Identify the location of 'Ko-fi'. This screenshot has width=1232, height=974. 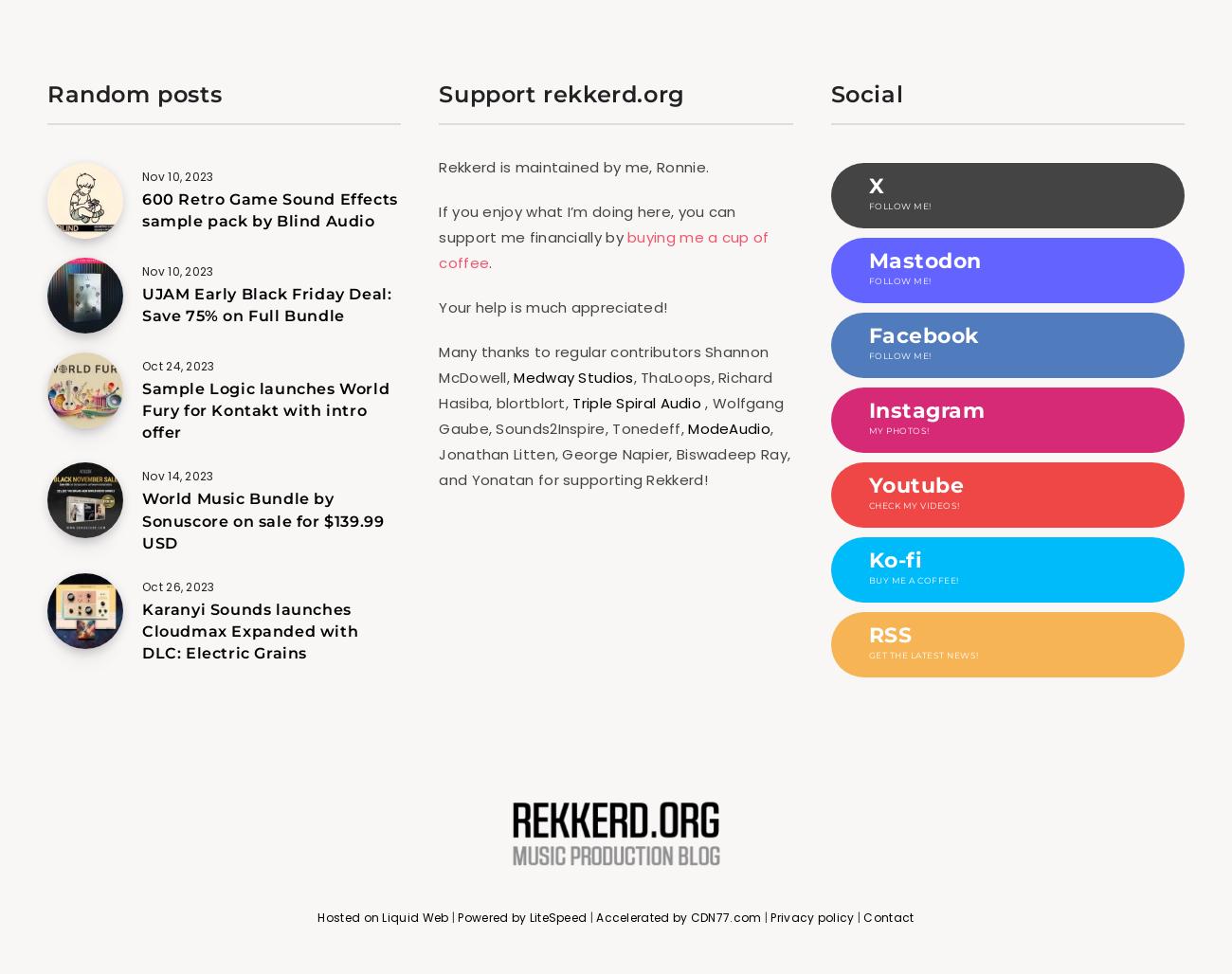
(895, 558).